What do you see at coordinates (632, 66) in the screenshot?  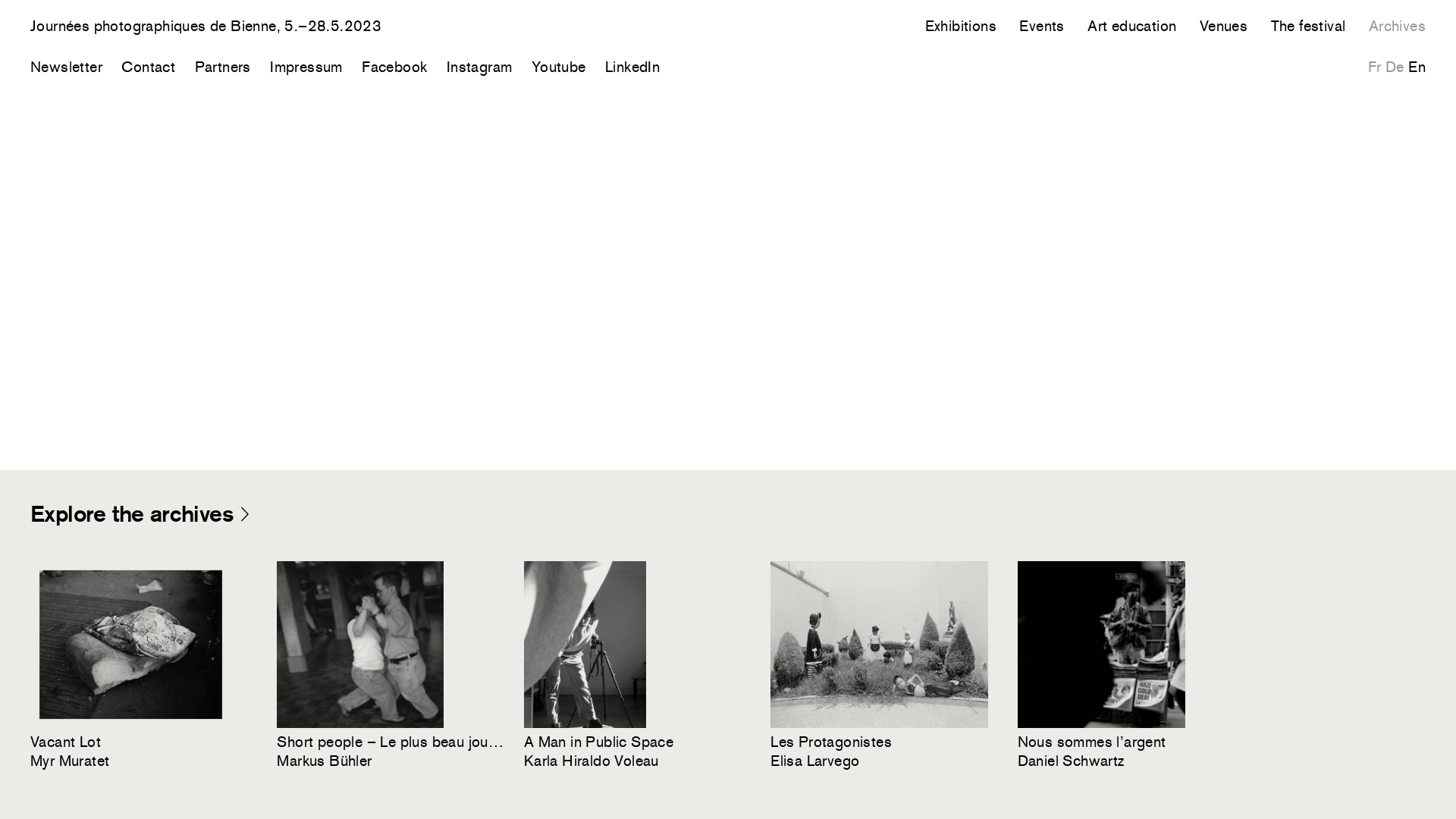 I see `'LinkedIn'` at bounding box center [632, 66].